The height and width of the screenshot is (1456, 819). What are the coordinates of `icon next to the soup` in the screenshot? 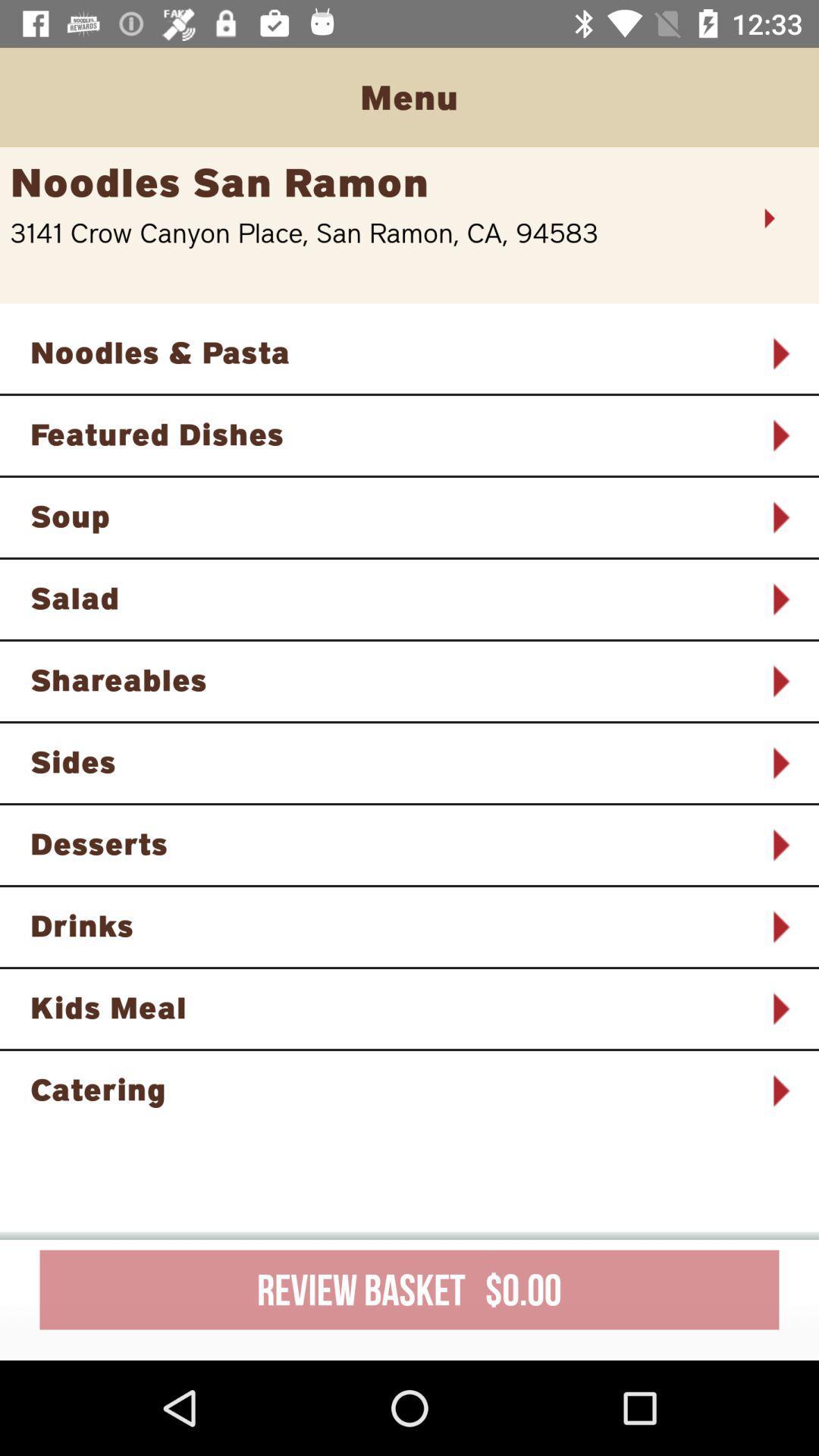 It's located at (780, 517).